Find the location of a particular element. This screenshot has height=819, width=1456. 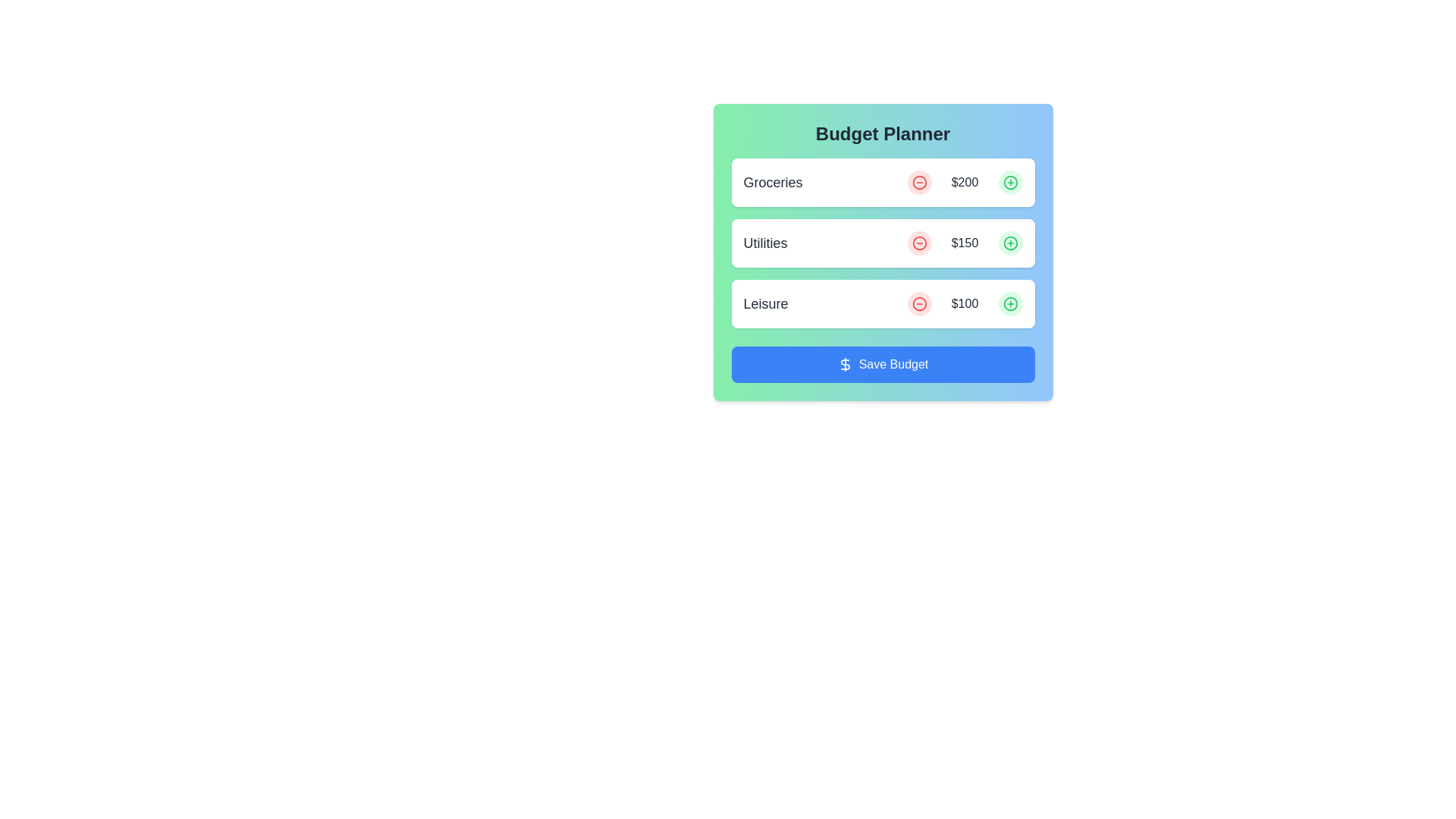

the Text label displaying the monetary value for the 'Utilities' budget item located under the 'Budget Planner' heading, positioned between a red circular button and a green circular button is located at coordinates (964, 242).